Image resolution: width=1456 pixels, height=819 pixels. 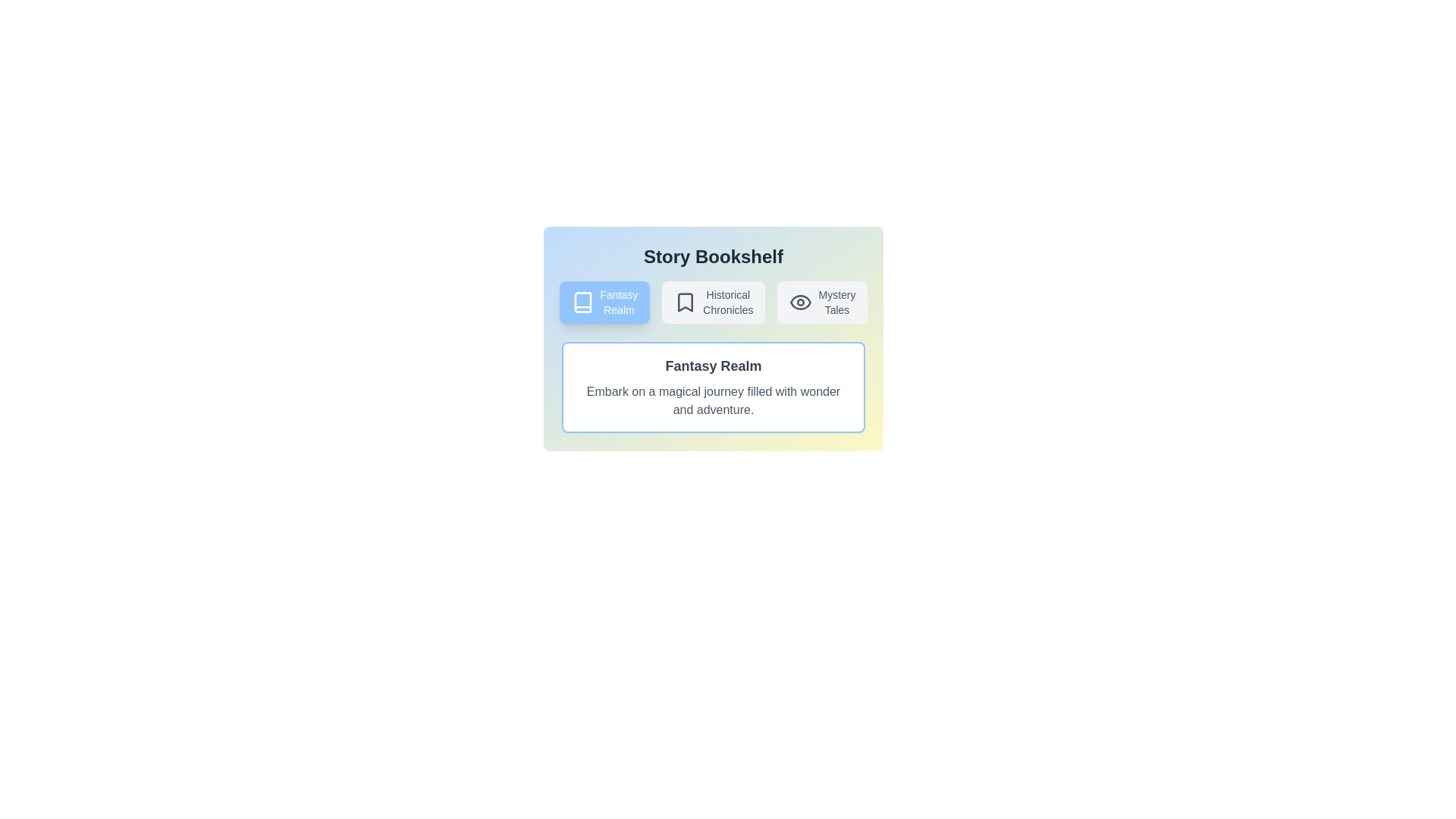 What do you see at coordinates (821, 302) in the screenshot?
I see `the story tab labeled Mystery Tales to view its details` at bounding box center [821, 302].